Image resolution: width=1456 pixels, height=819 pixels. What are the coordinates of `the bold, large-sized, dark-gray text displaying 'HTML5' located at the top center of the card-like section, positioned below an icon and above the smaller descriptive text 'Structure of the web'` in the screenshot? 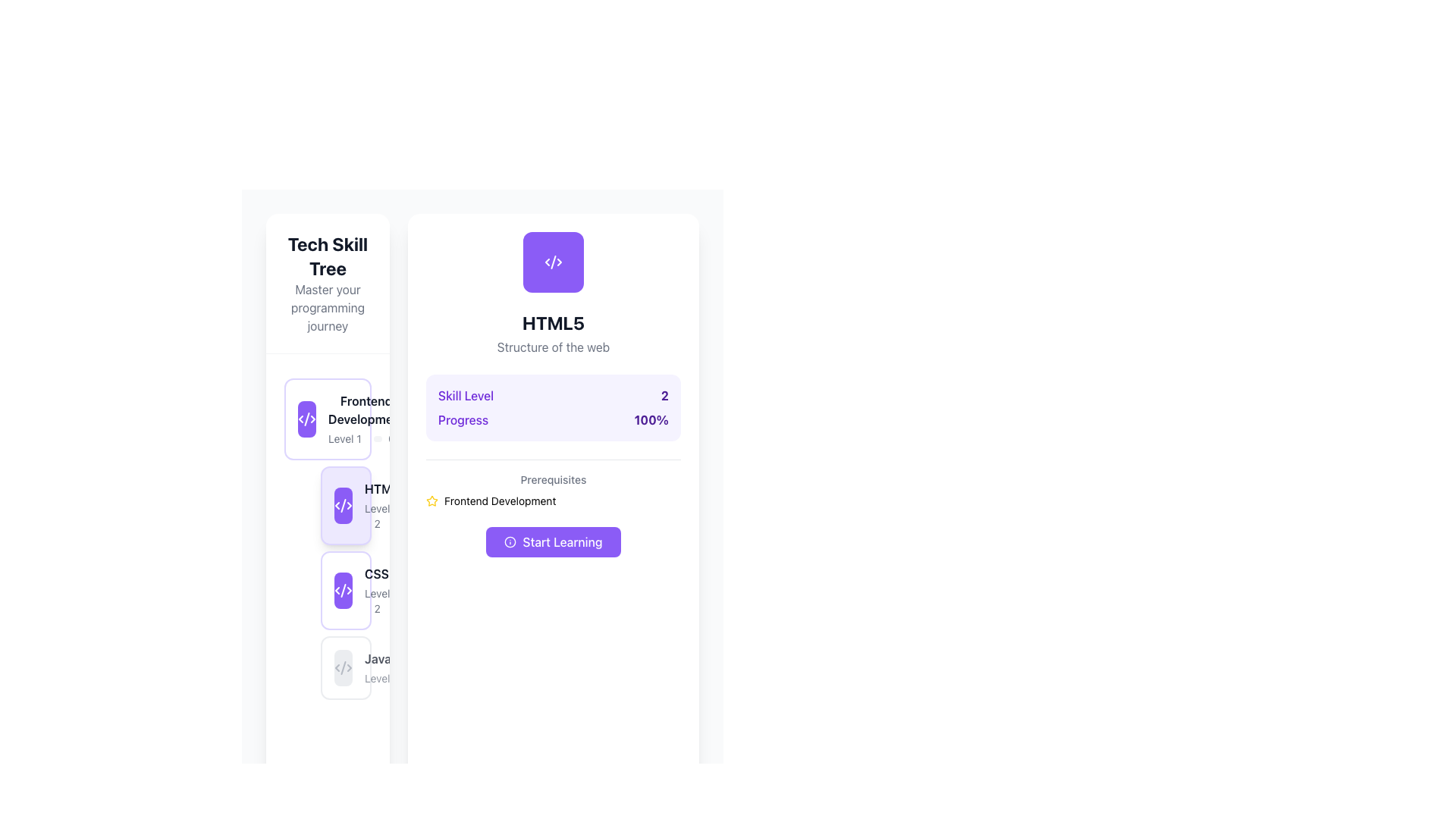 It's located at (552, 322).